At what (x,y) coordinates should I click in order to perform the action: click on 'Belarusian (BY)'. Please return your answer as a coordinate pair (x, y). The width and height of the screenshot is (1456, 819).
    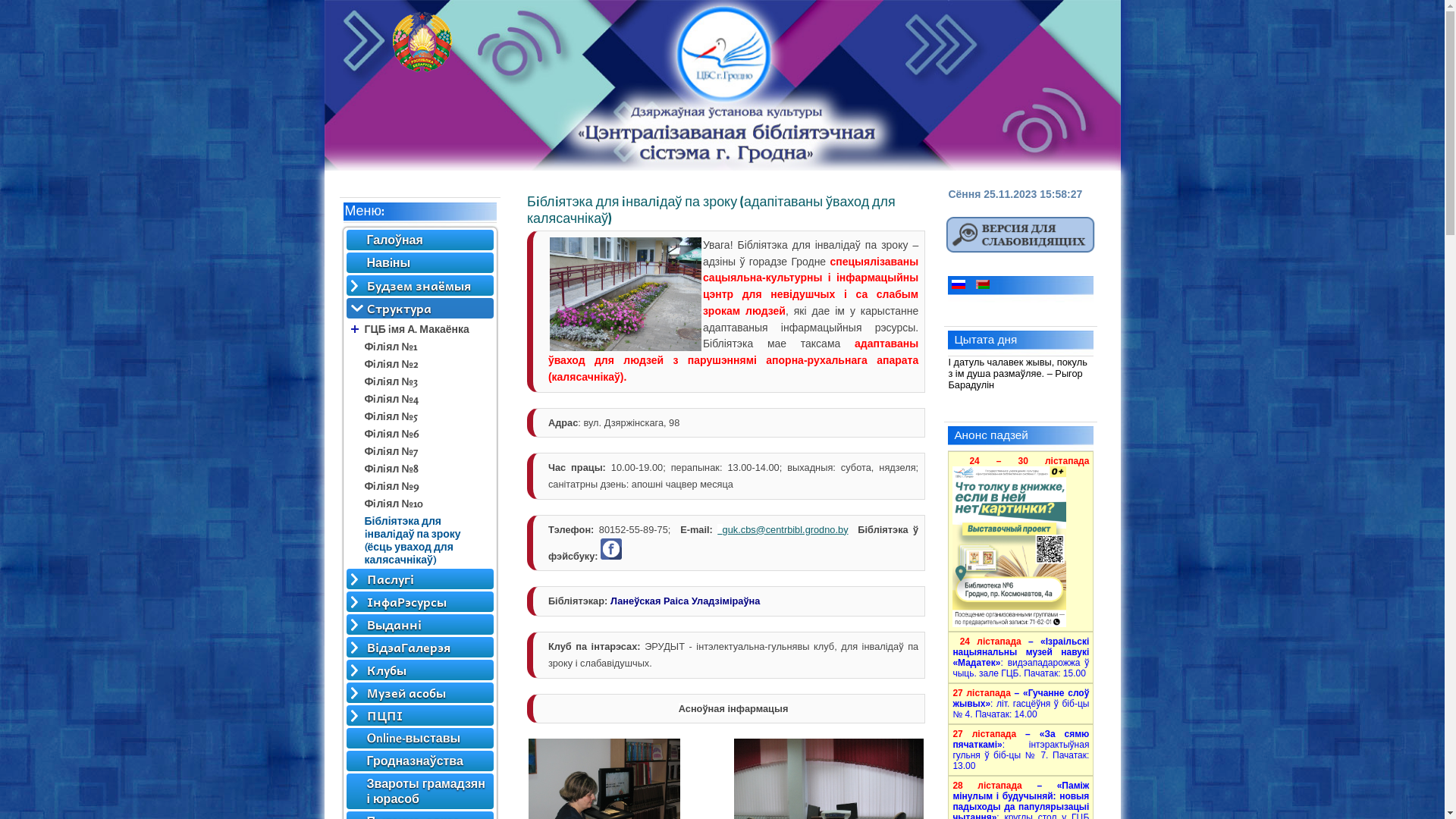
    Looking at the image, I should click on (983, 284).